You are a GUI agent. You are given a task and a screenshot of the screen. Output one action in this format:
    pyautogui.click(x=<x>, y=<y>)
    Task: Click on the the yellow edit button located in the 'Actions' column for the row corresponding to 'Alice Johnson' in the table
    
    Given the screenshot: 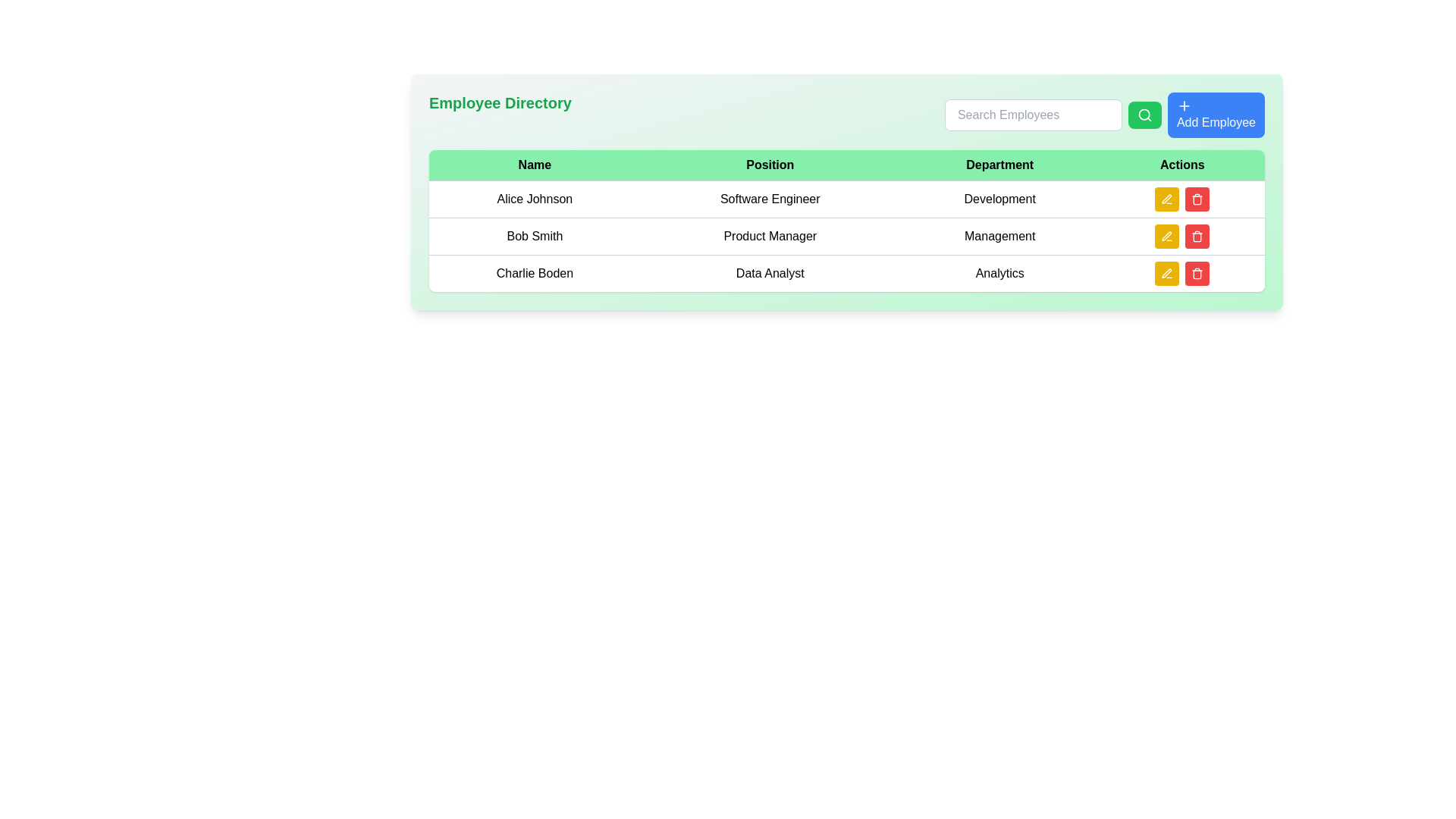 What is the action you would take?
    pyautogui.click(x=1181, y=198)
    